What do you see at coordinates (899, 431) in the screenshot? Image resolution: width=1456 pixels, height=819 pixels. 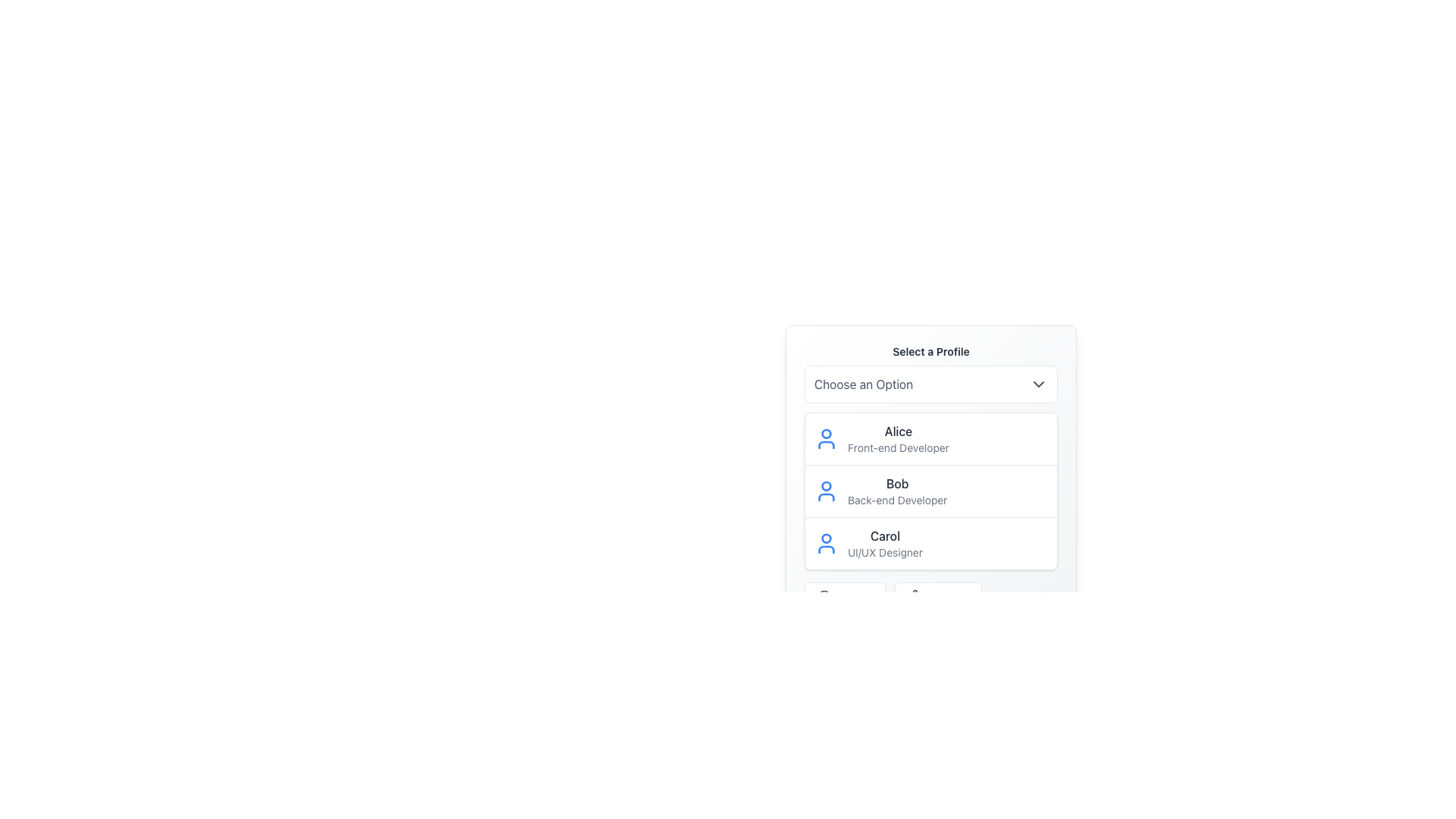 I see `the Static Text Label displaying the text 'Alice', which is positioned above 'Front-end Developer' in the 'Select a Profile' list` at bounding box center [899, 431].